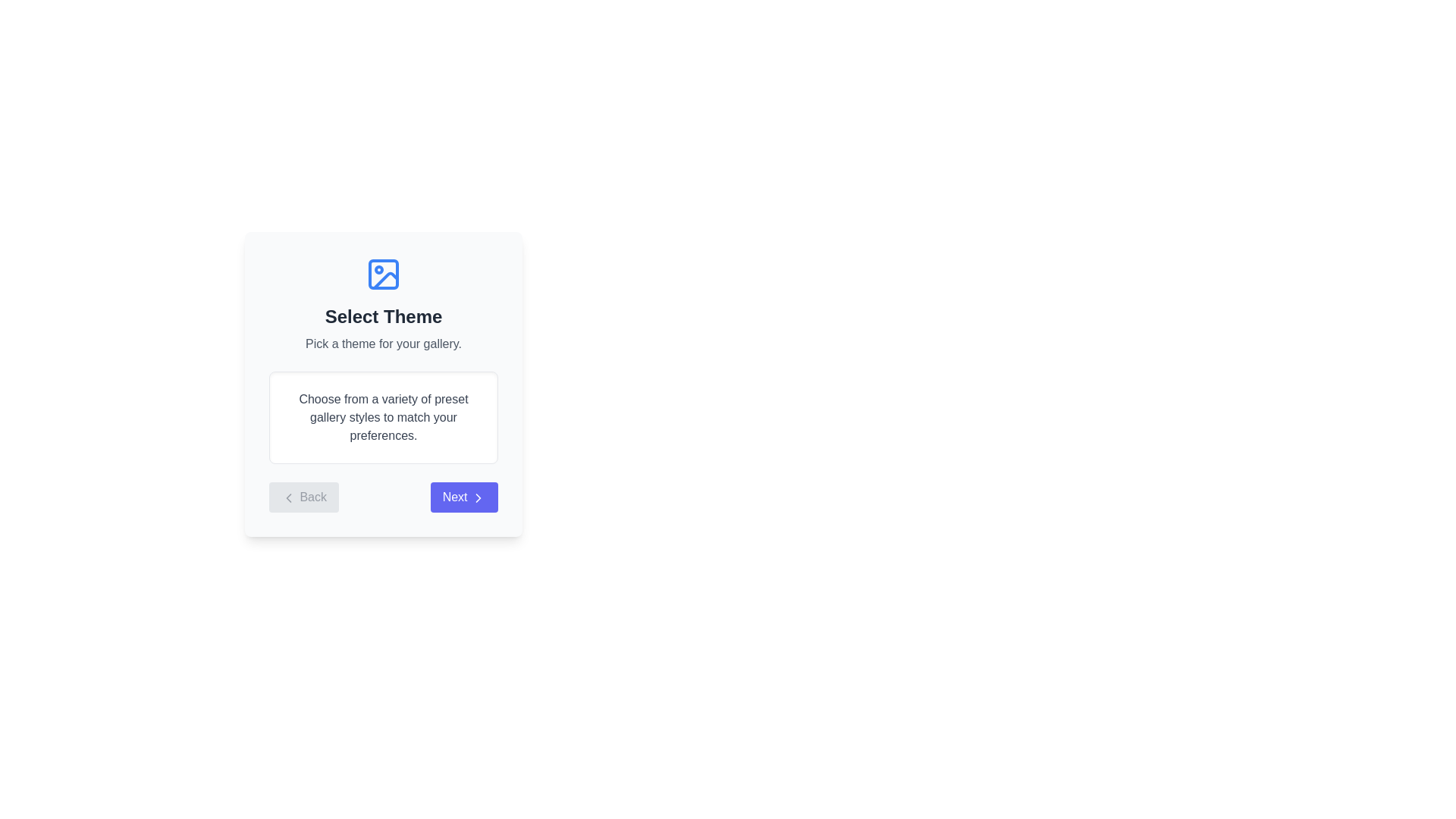 The height and width of the screenshot is (819, 1456). What do you see at coordinates (463, 497) in the screenshot?
I see `the 'Next' button to navigate to the next step` at bounding box center [463, 497].